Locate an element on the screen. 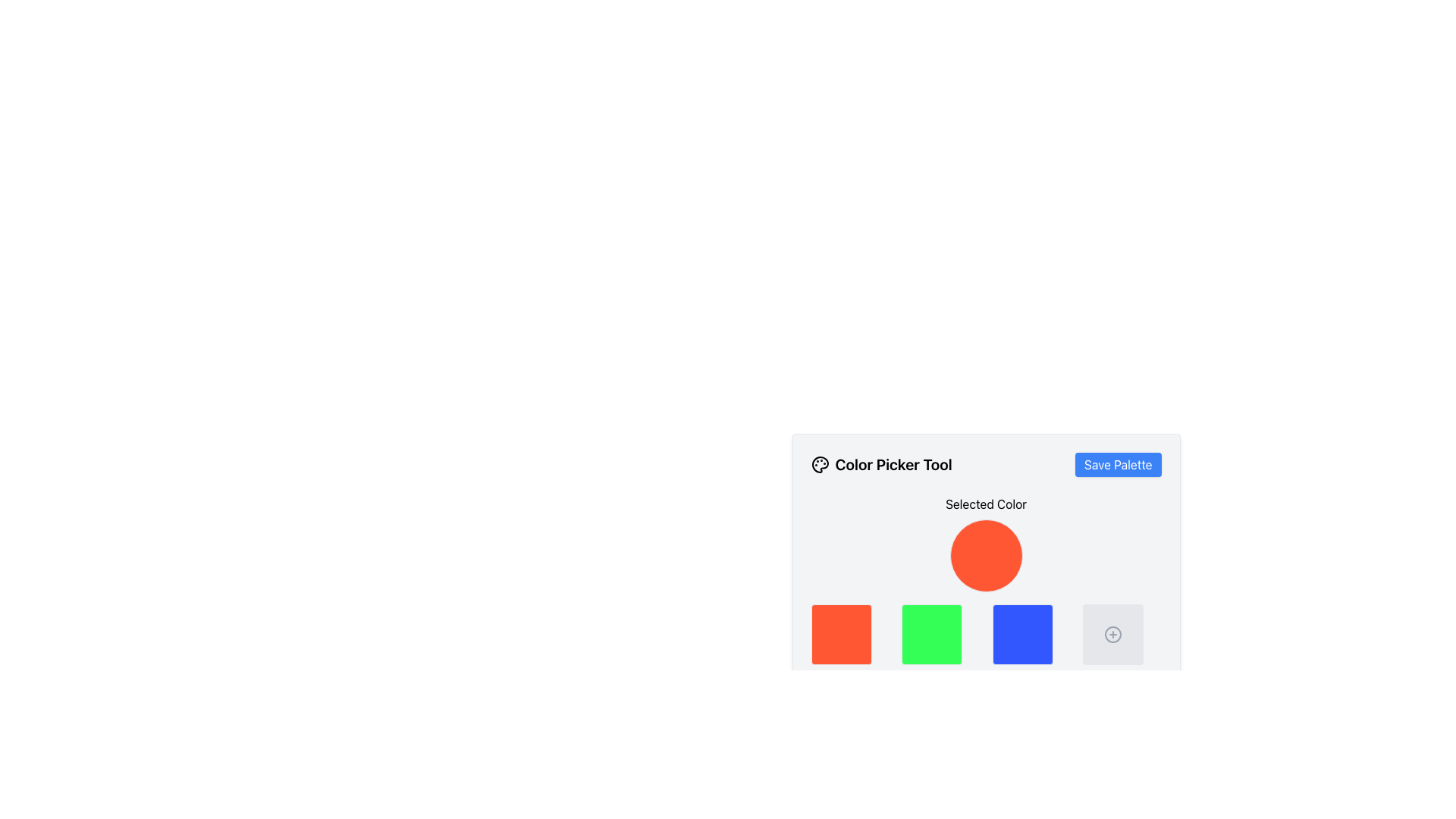 The width and height of the screenshot is (1456, 819). the first selectable color square in the color picker tool is located at coordinates (840, 635).